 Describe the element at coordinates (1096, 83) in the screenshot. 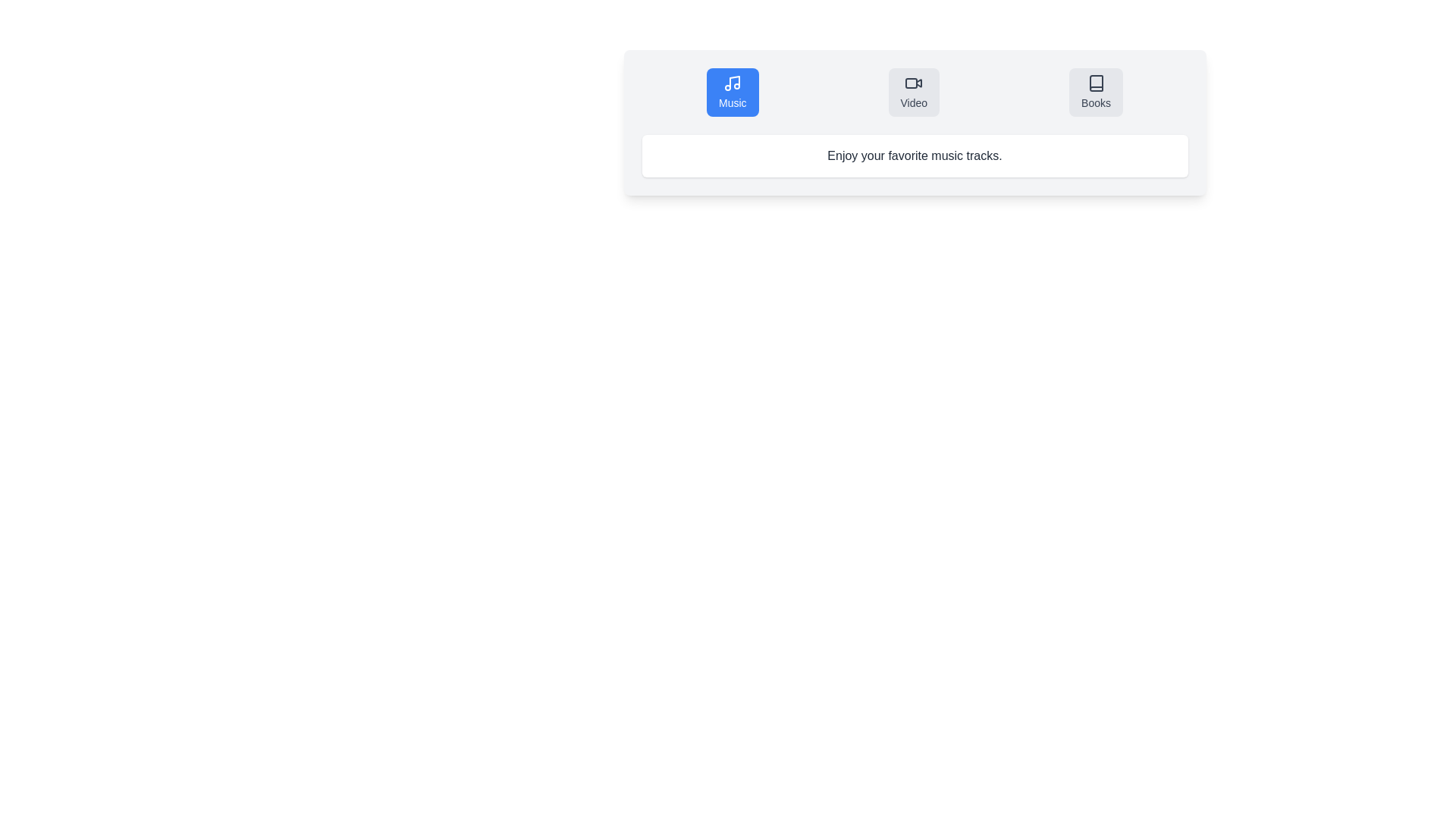

I see `the rightmost book icon in the group of three icons at the upper center of the interface, labeled 'Books'` at that location.